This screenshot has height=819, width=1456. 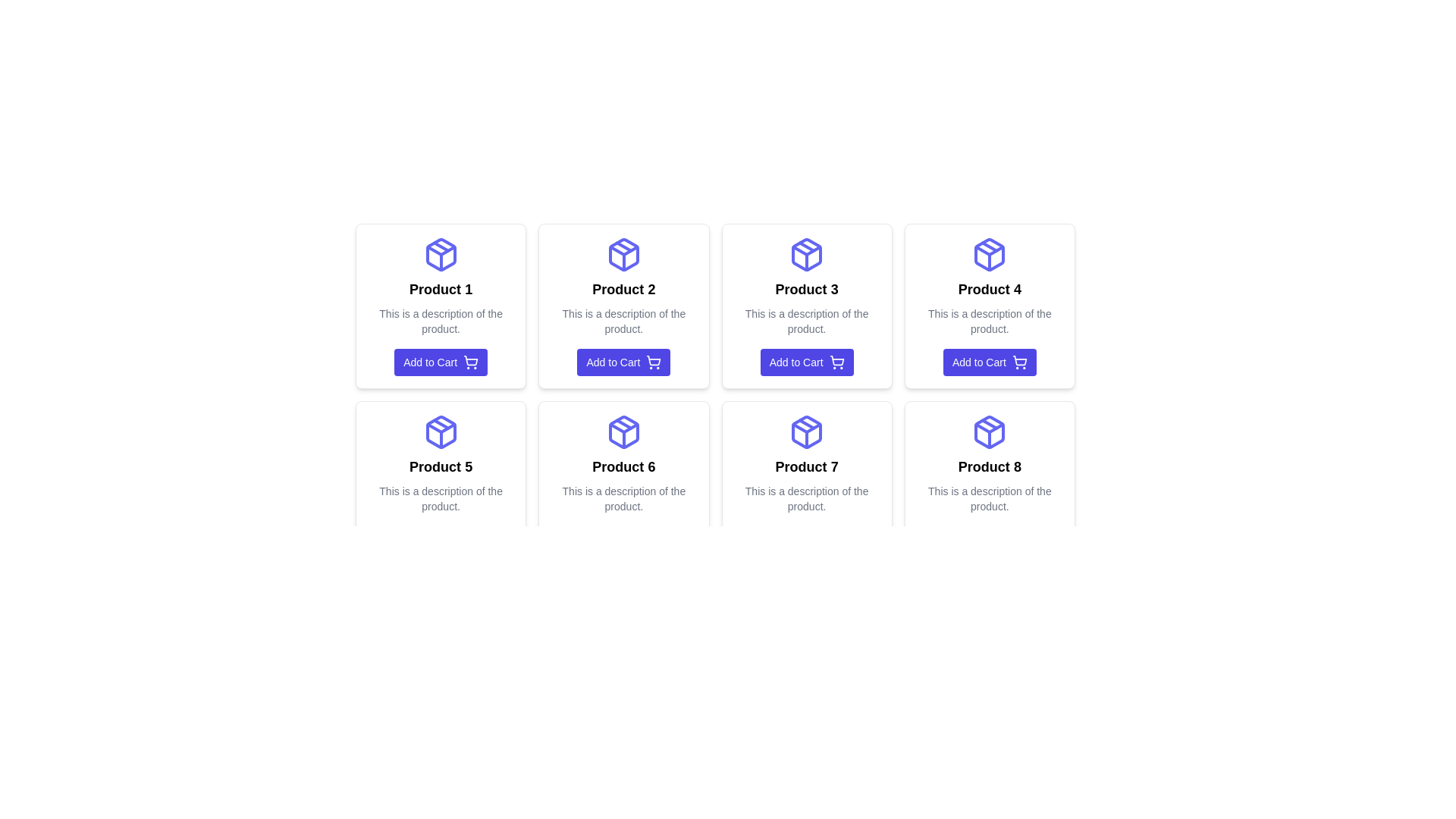 What do you see at coordinates (990, 253) in the screenshot?
I see `the decorative SVG icon located in the upper section of the 'Product 4' card, centered above the title 'Product 4'` at bounding box center [990, 253].